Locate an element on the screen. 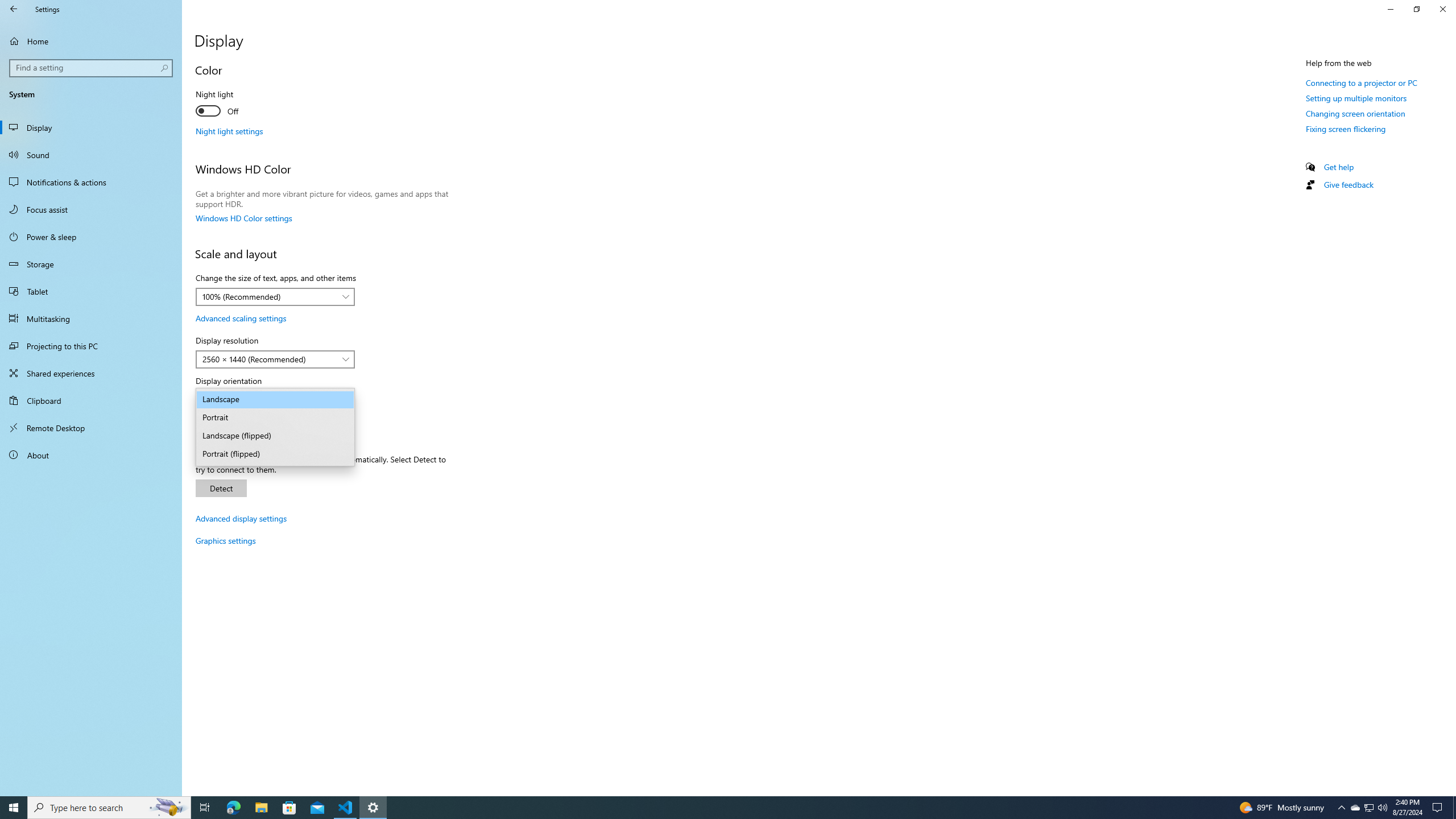 The width and height of the screenshot is (1456, 819). 'Projecting to this PC' is located at coordinates (90, 346).